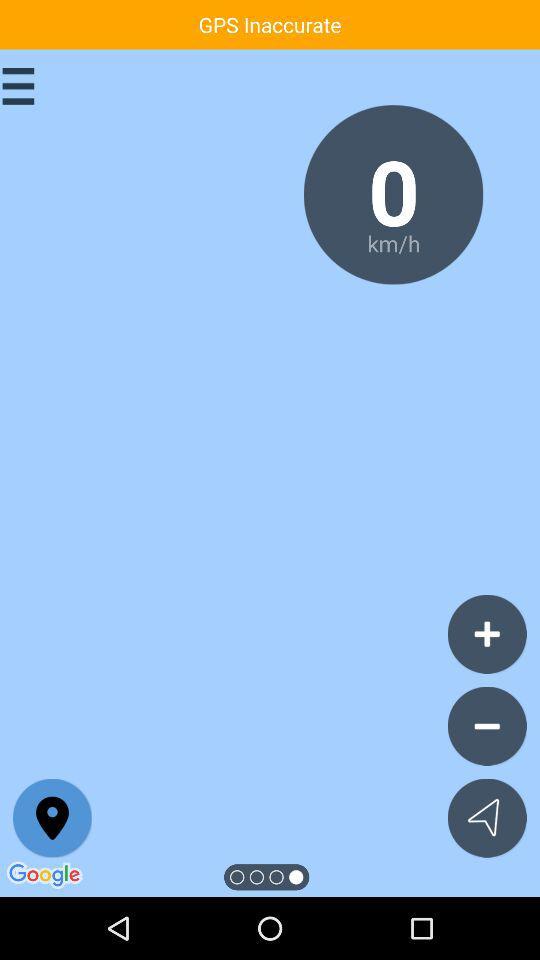 This screenshot has height=960, width=540. What do you see at coordinates (52, 818) in the screenshot?
I see `the location icon` at bounding box center [52, 818].